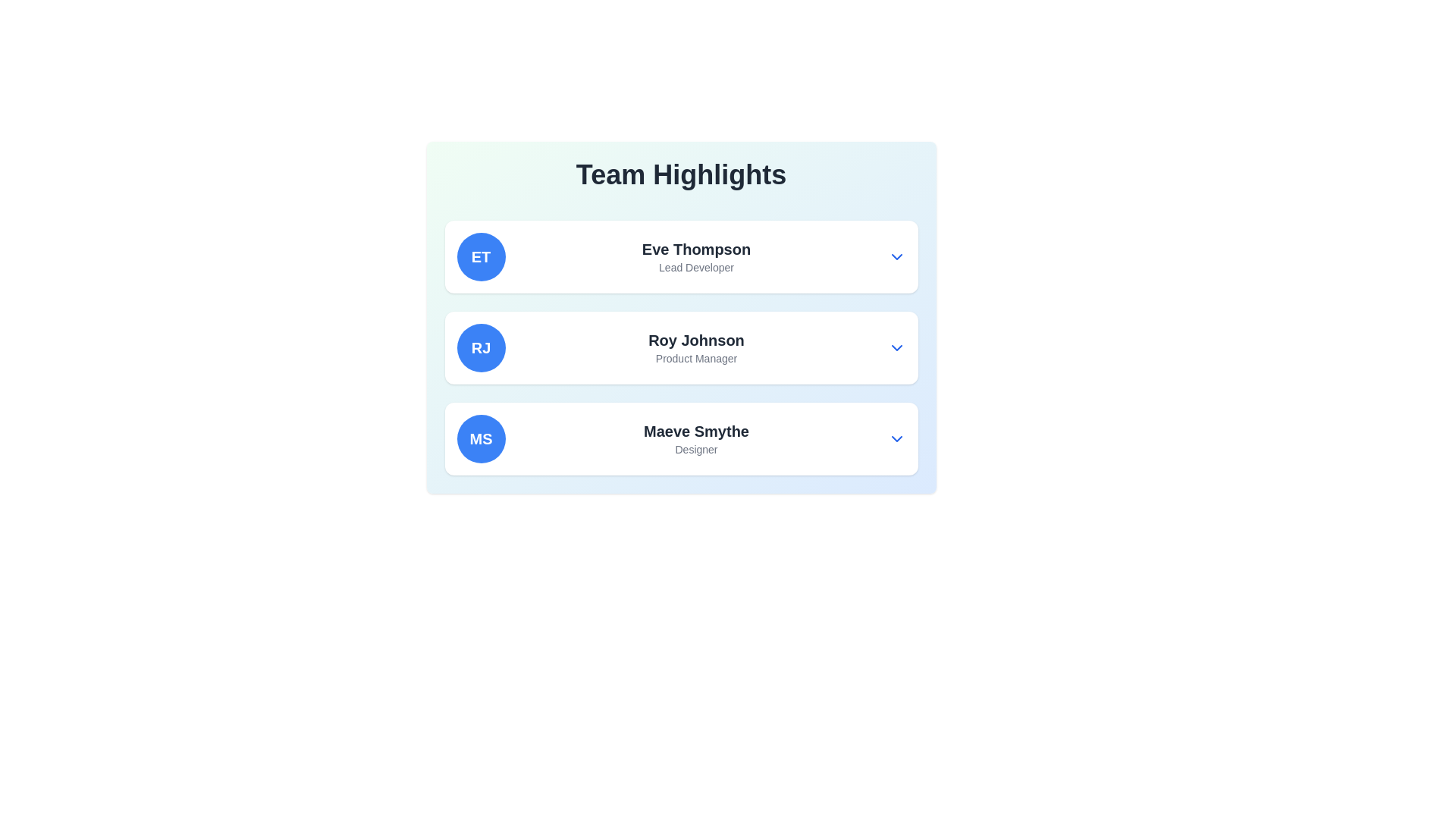 The height and width of the screenshot is (819, 1456). Describe the element at coordinates (695, 248) in the screenshot. I see `the text label displaying 'Eve Thompson', which is a large, bold title positioned above the text 'Lead Developer' in the first item of a vertical list` at that location.